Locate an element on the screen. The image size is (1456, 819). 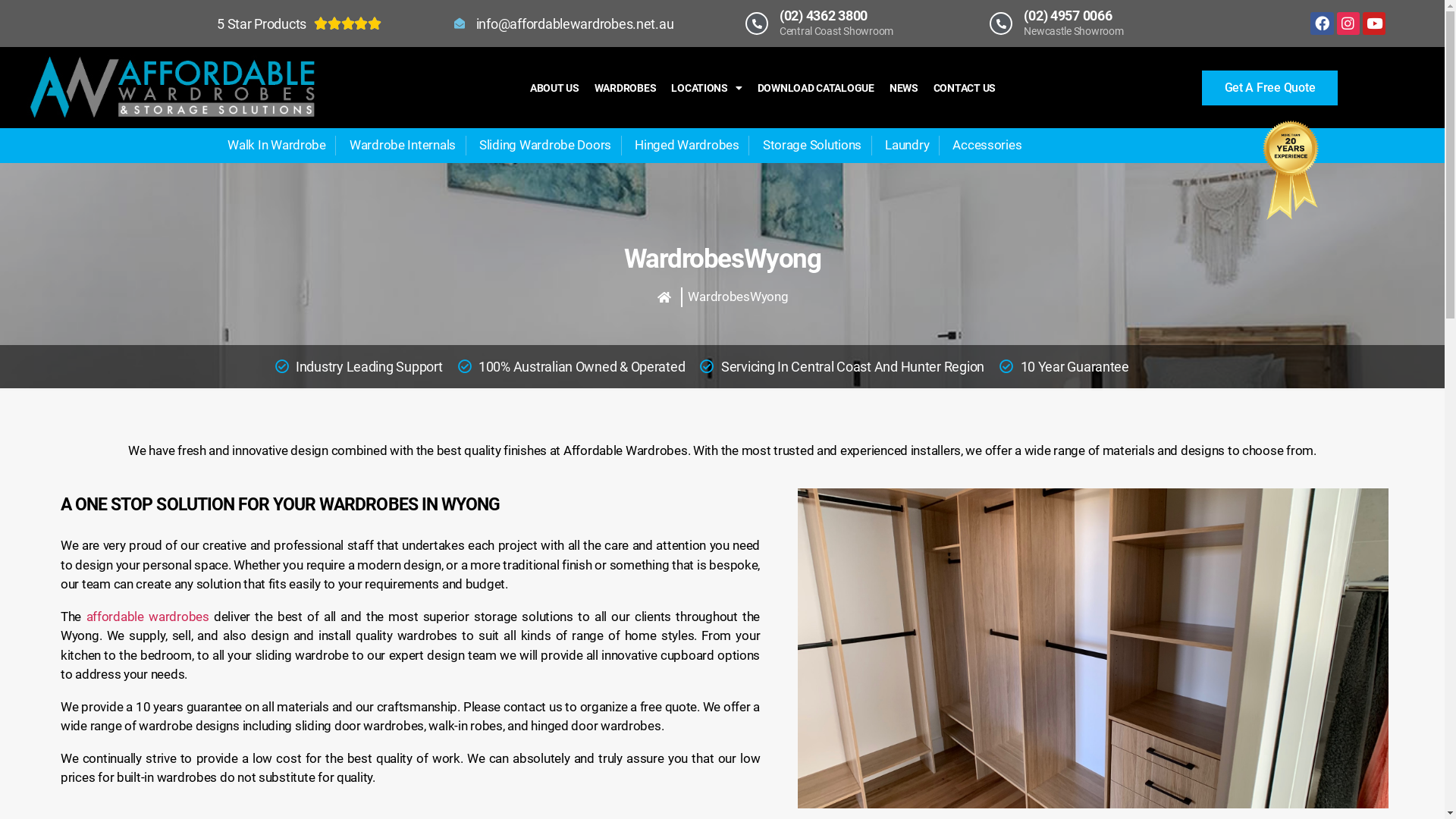
'Wardrobe Internals' is located at coordinates (400, 146).